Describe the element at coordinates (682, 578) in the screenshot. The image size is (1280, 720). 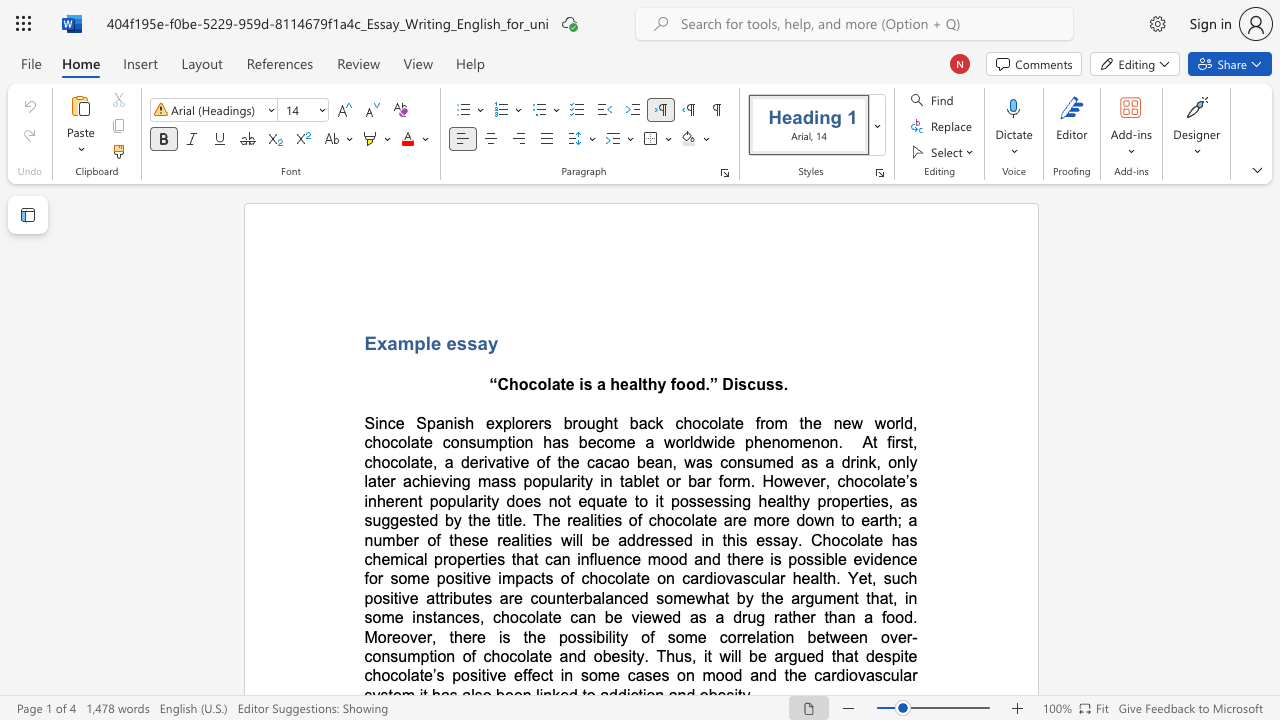
I see `the subset text "cardiovascular health. Y" within the text "for some positive impacts of chocolate on cardiovascular health. Yet, such positive attributes are counterbalanced"` at that location.